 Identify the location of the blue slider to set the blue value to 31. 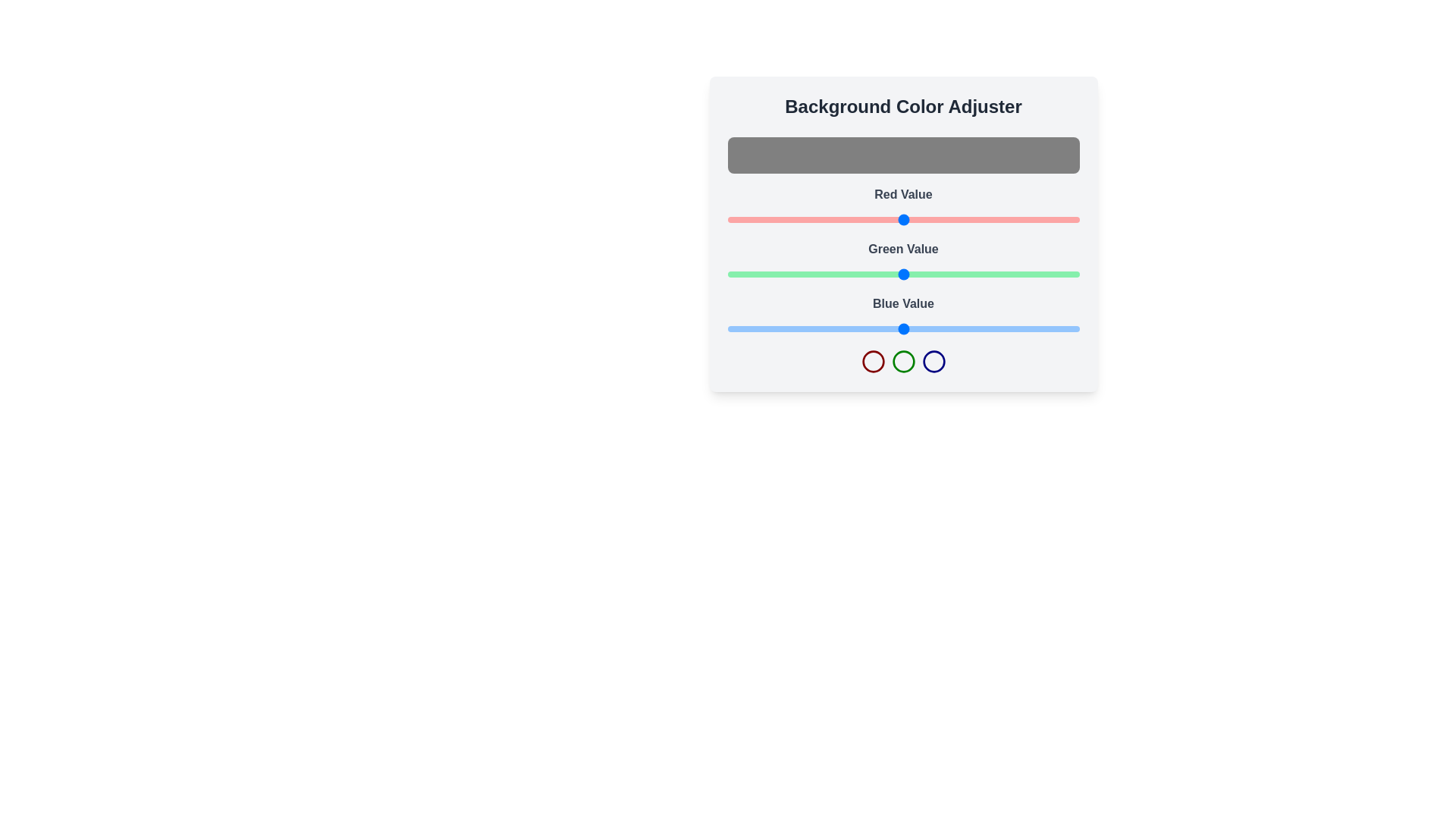
(770, 328).